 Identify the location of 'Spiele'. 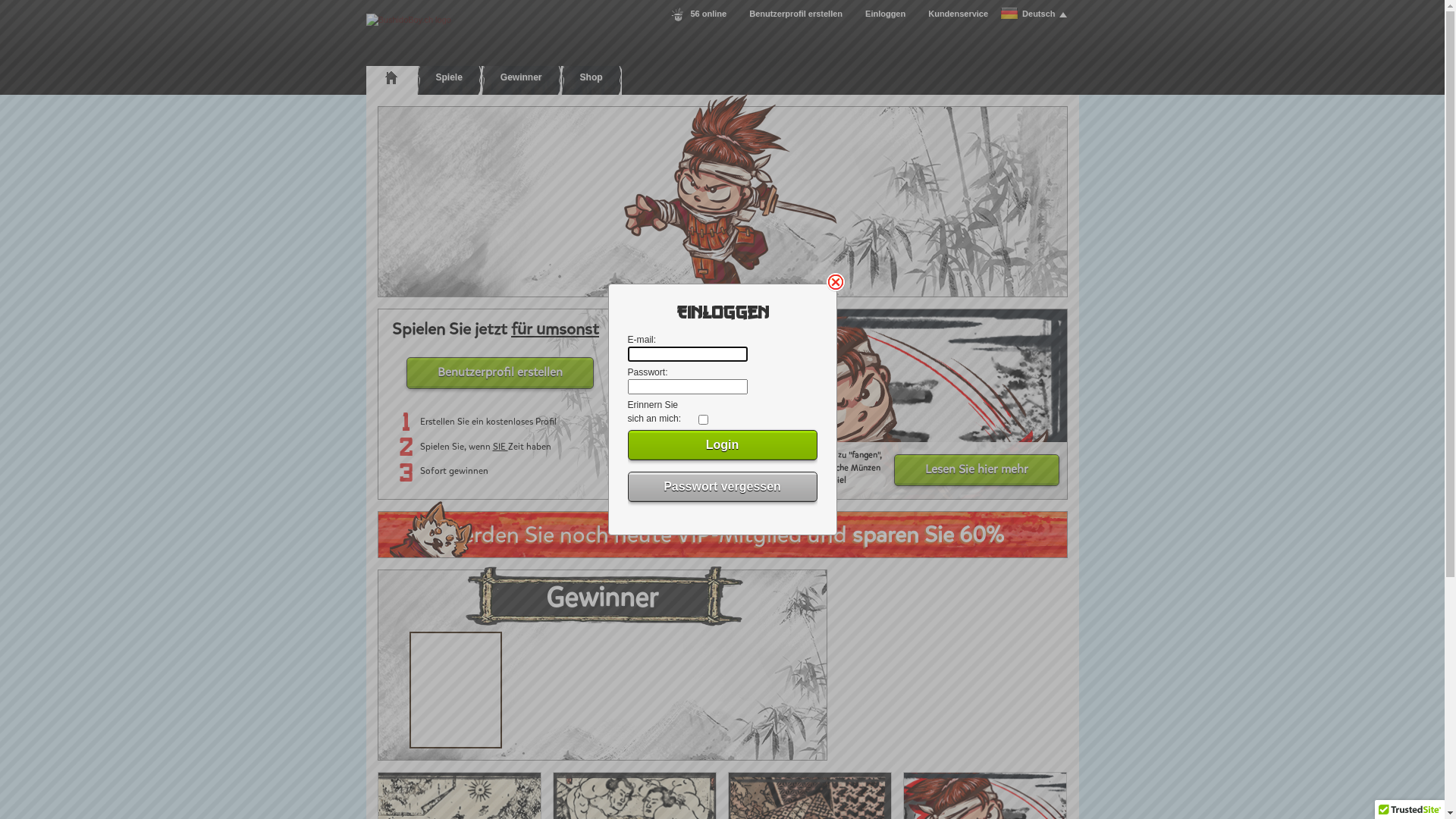
(448, 77).